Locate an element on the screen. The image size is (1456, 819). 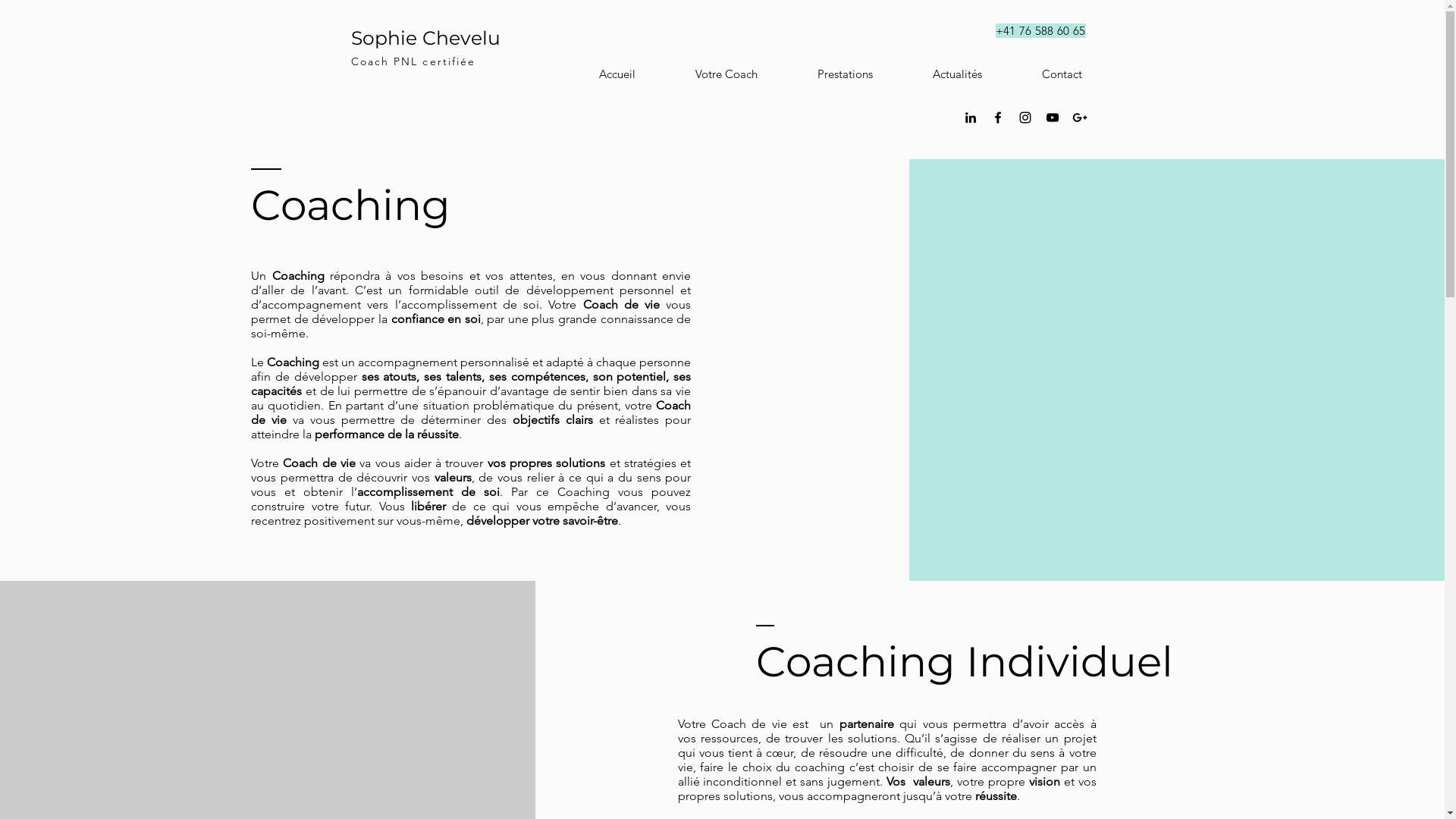
'Accueil' is located at coordinates (596, 74).